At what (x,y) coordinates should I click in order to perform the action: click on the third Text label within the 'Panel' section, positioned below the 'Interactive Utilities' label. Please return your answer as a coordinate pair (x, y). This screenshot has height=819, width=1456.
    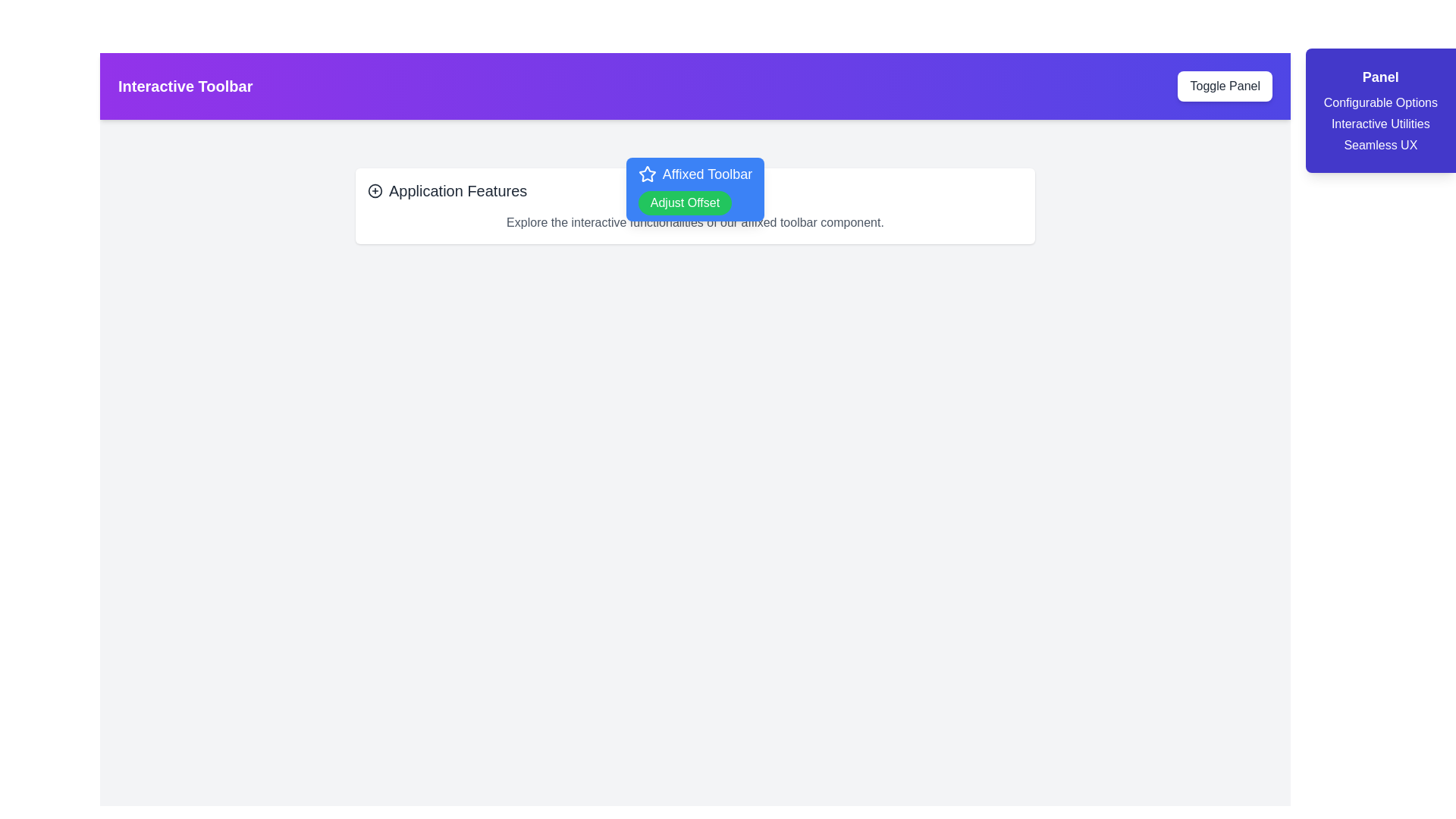
    Looking at the image, I should click on (1380, 146).